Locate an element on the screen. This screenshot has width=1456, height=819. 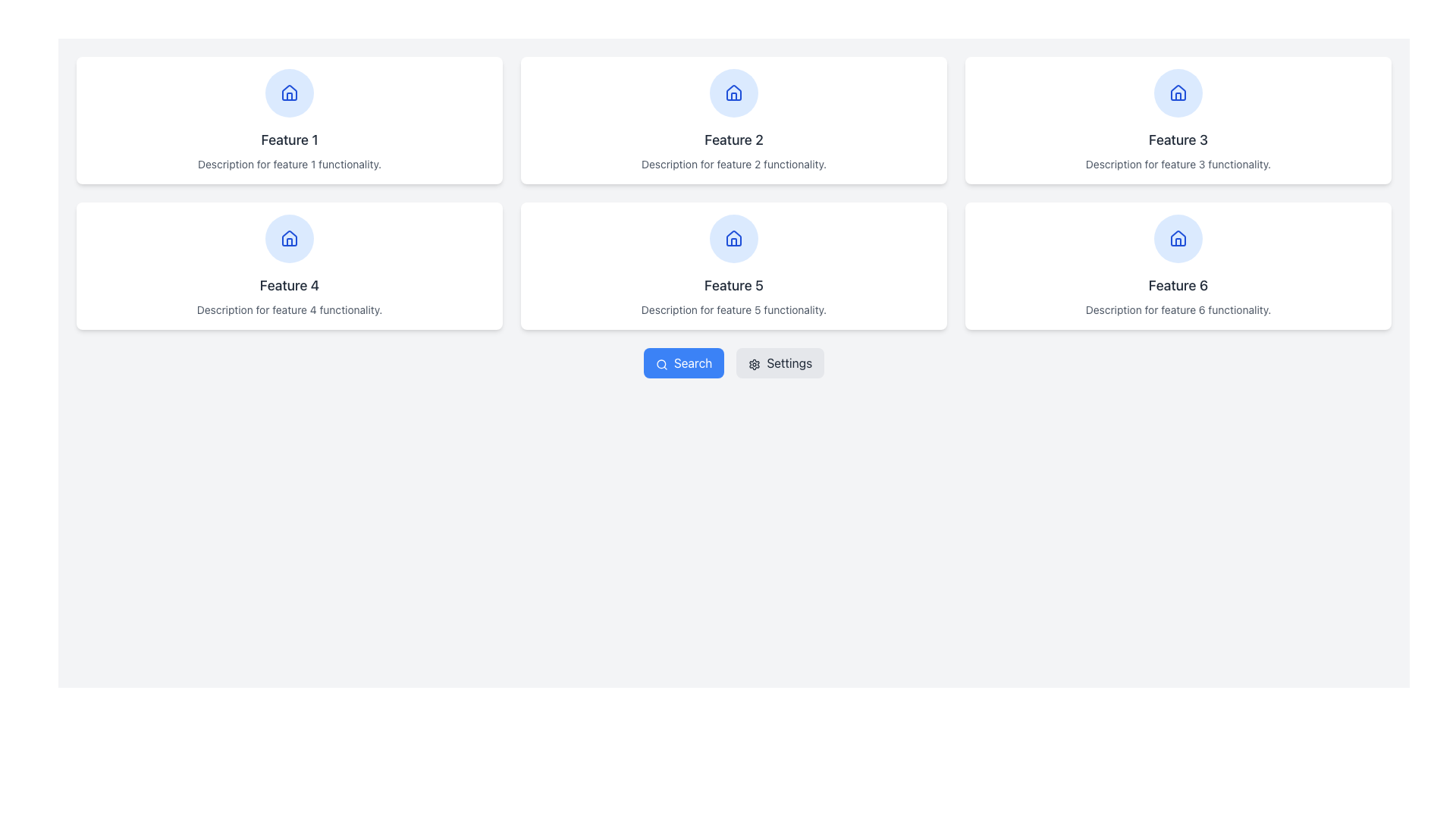
the home icon located in the lower-left quadrant of the grid layout, specifically within Feature 4, which is depicted with a circular blue background is located at coordinates (290, 237).